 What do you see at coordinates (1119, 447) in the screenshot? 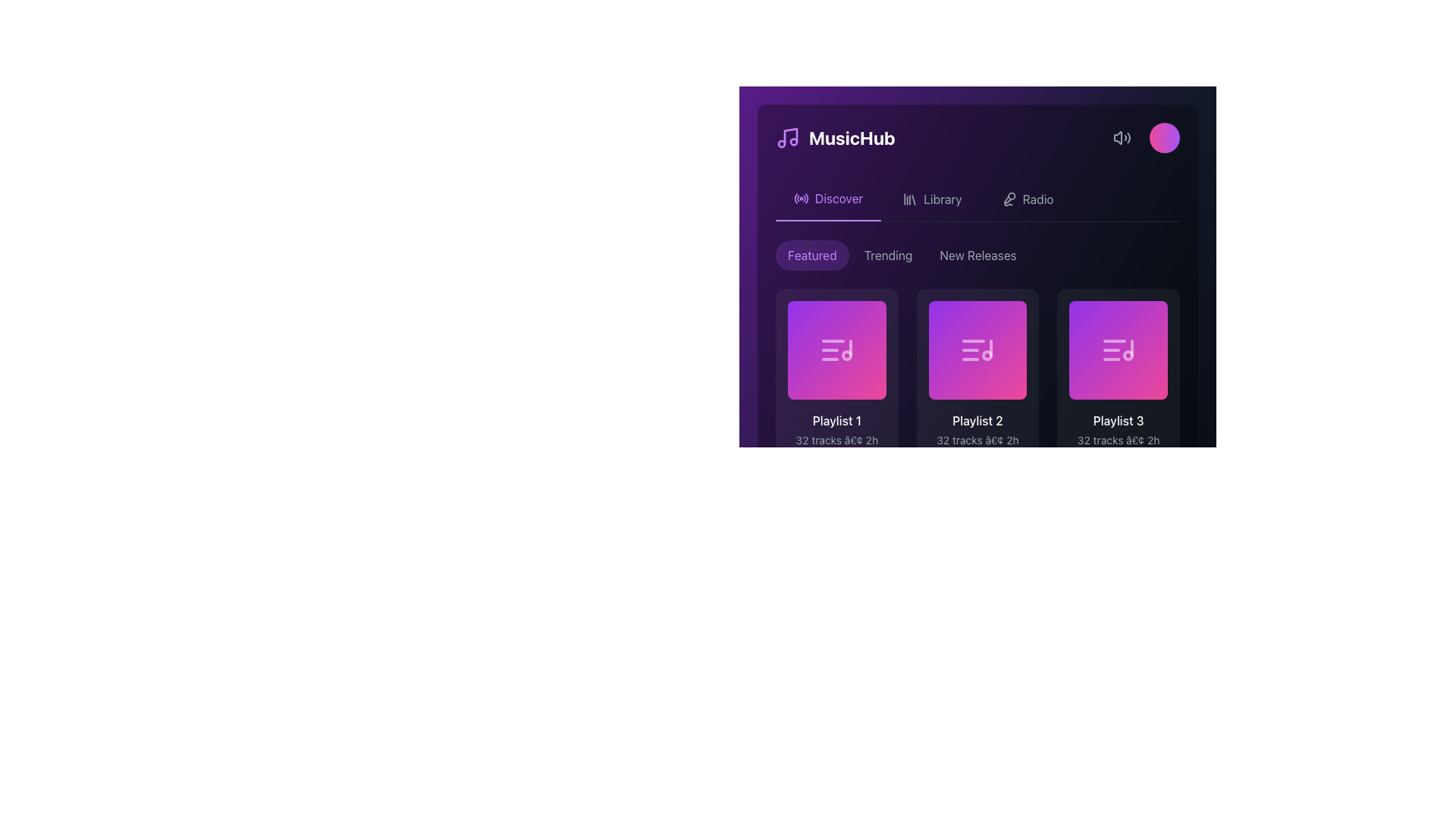
I see `text label displaying the duration and number of tracks for the playlist, which is located underneath 'Playlist 3'` at bounding box center [1119, 447].